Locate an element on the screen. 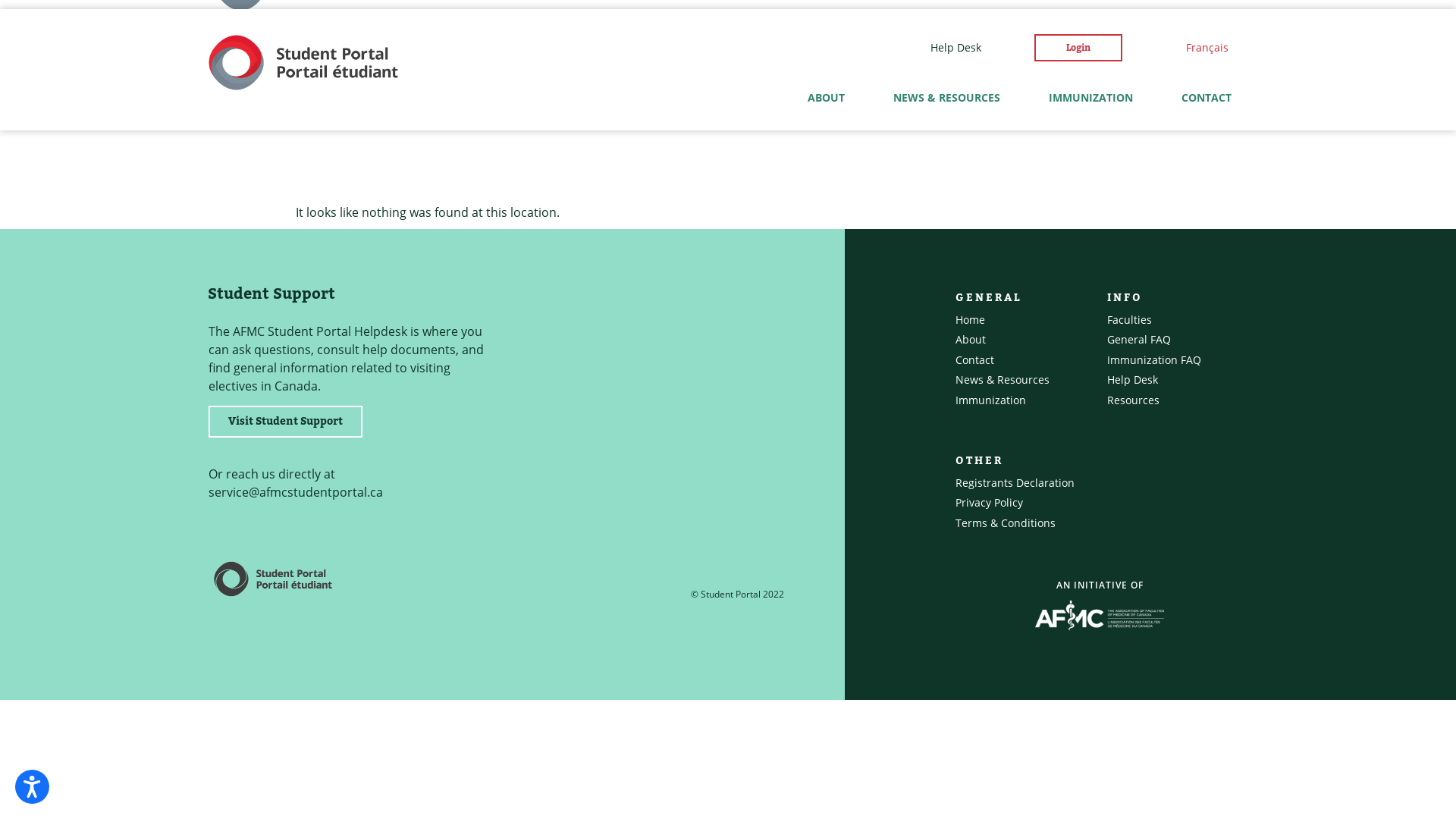 The image size is (1456, 819). 'General FAQ' is located at coordinates (1139, 338).